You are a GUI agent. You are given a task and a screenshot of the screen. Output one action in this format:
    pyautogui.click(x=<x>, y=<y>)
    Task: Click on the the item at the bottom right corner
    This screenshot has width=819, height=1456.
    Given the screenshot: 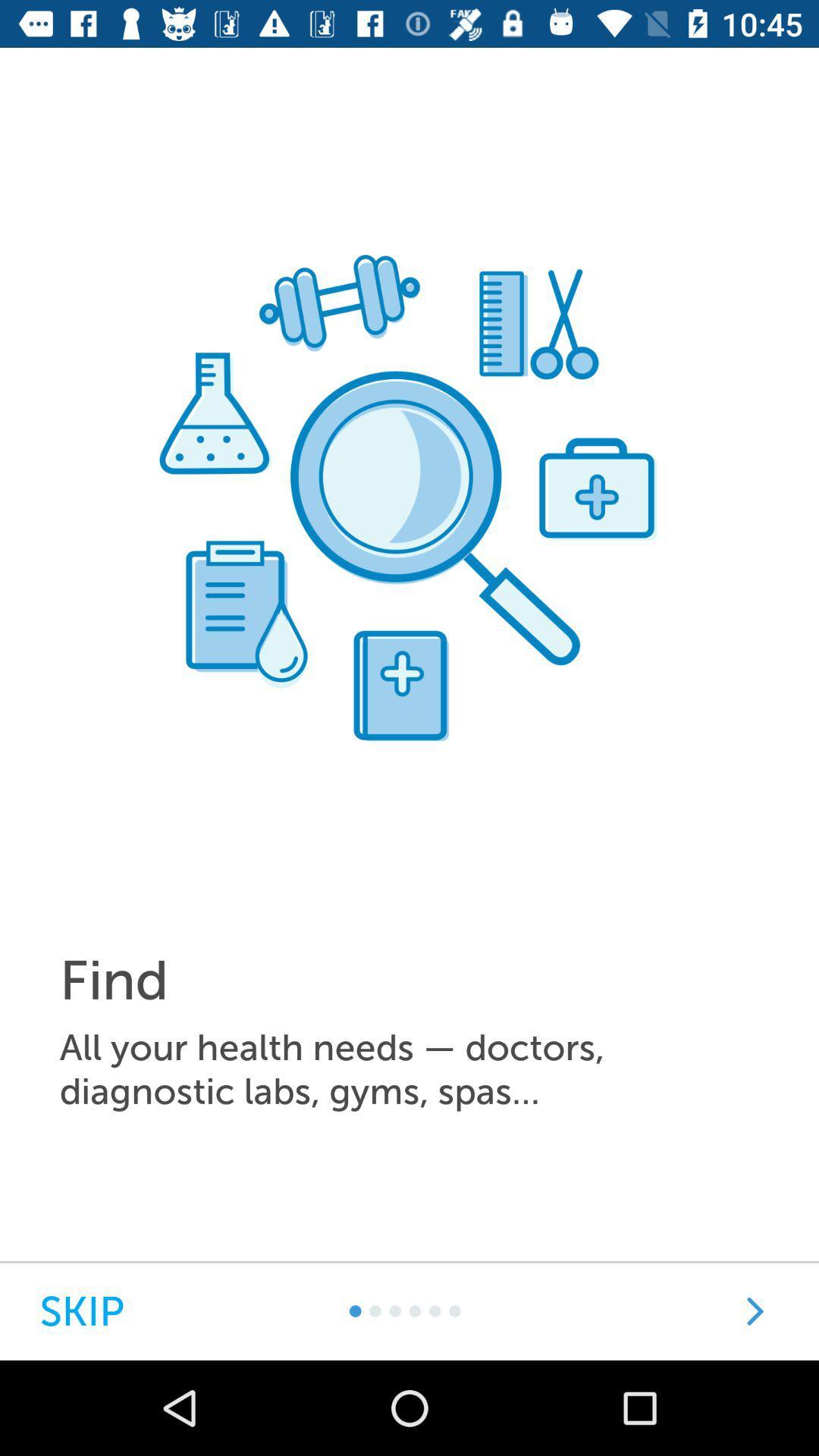 What is the action you would take?
    pyautogui.click(x=755, y=1310)
    